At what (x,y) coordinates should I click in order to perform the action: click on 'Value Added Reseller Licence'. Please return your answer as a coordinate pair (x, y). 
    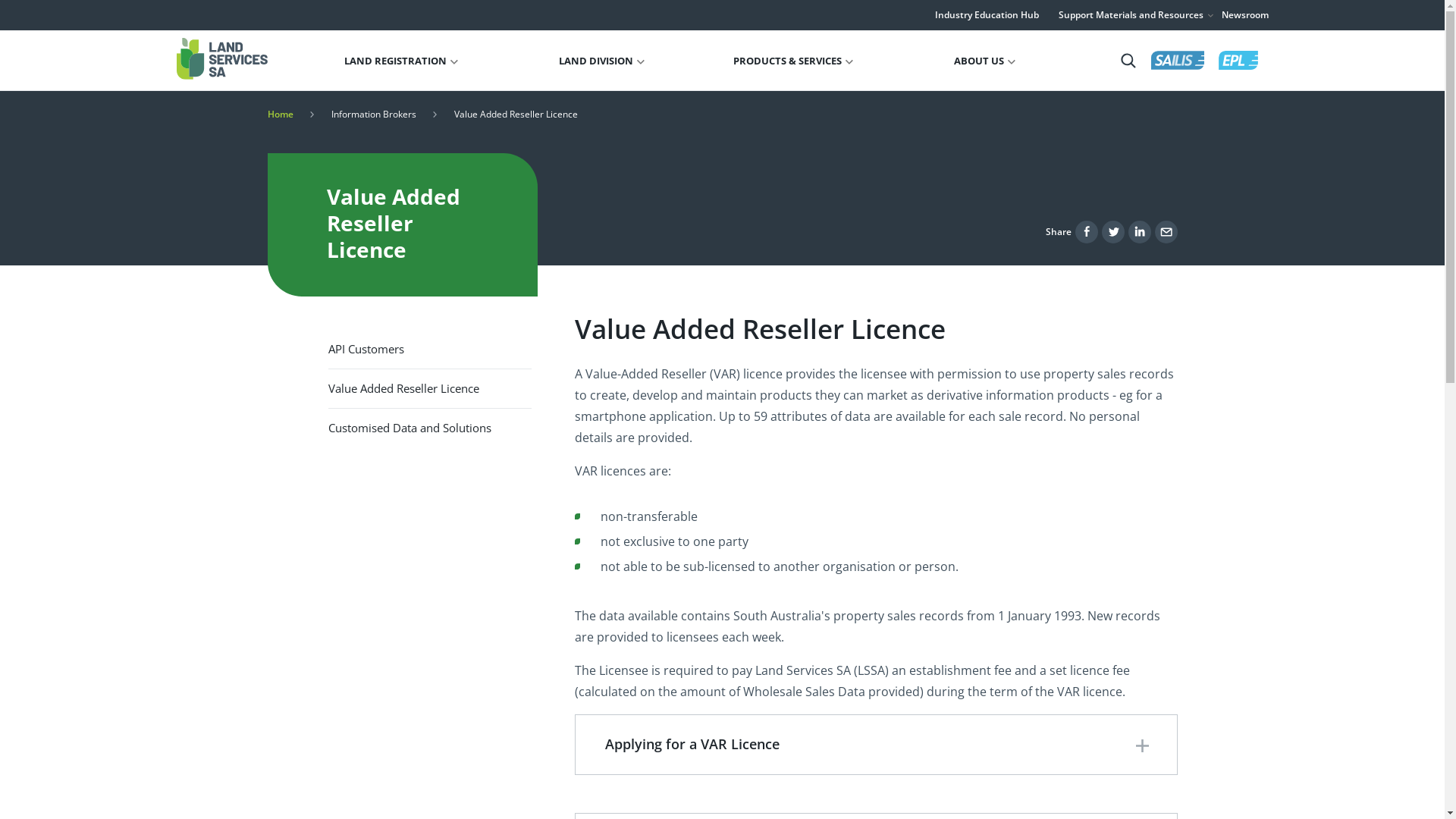
    Looking at the image, I should click on (327, 388).